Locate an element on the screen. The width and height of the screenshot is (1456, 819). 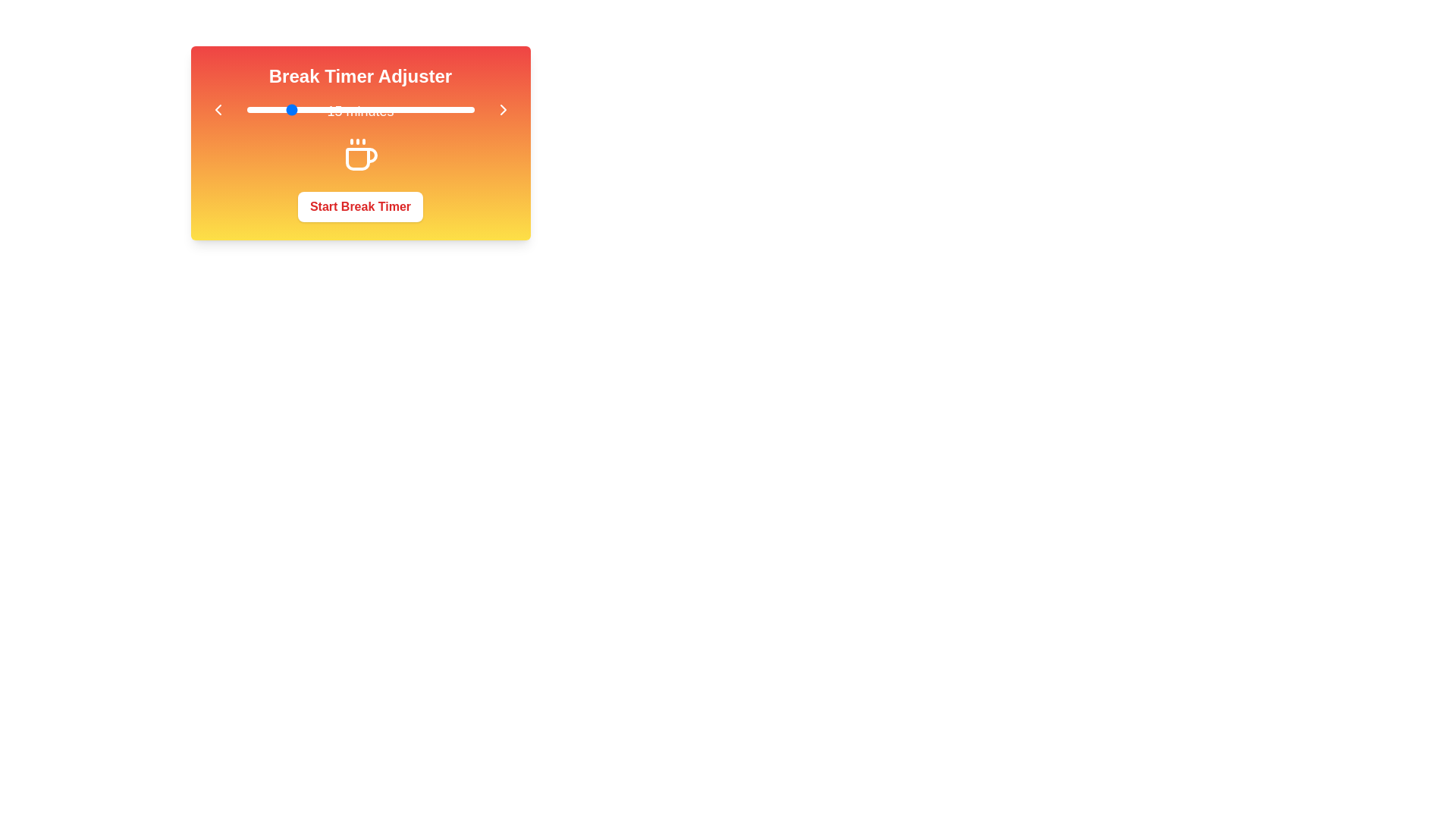
the slider to set the break duration to 21 minutes is located at coordinates (312, 109).